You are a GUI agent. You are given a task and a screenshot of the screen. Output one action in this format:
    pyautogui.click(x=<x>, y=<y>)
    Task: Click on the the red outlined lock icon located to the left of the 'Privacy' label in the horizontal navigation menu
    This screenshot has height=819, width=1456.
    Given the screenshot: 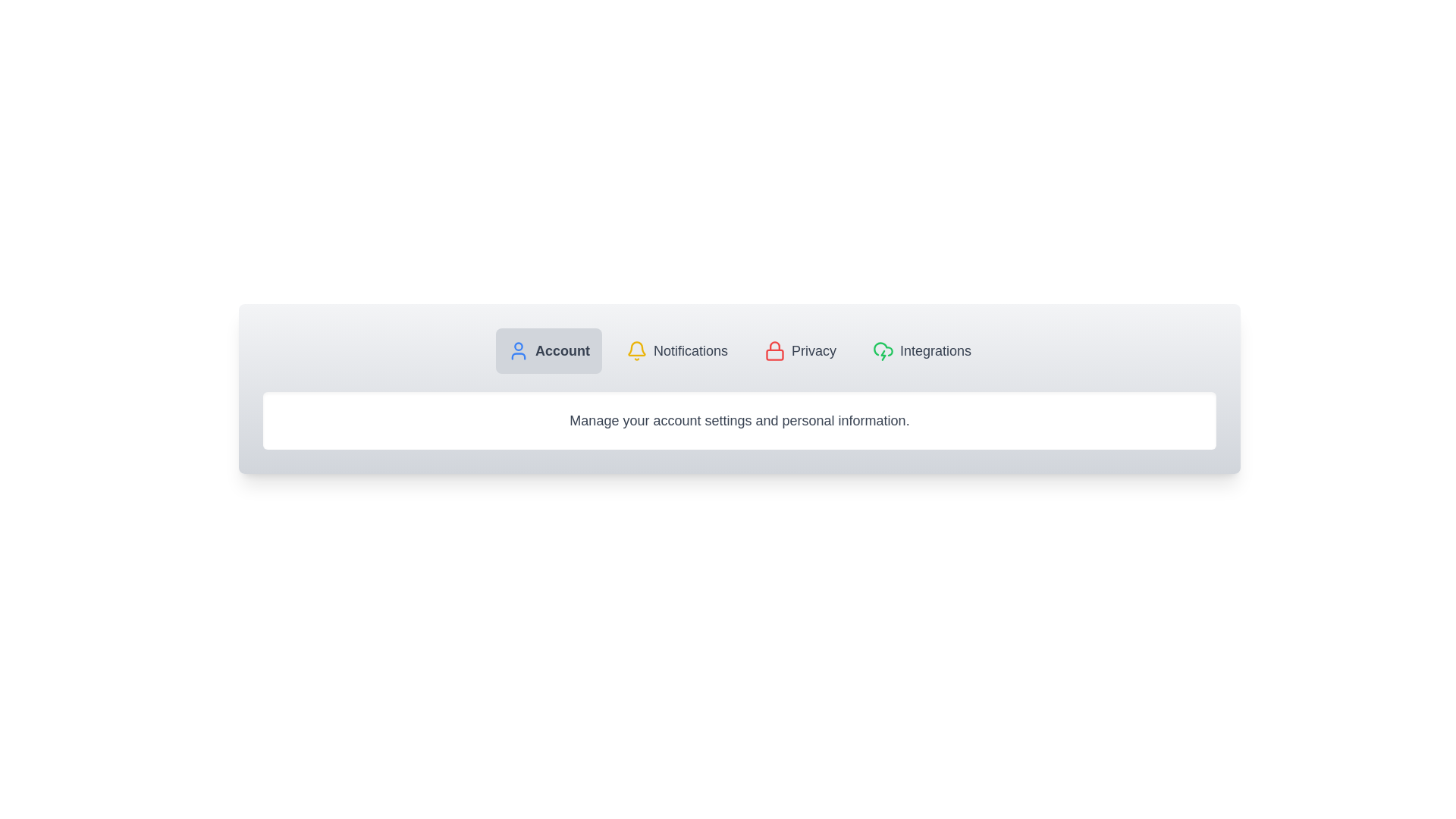 What is the action you would take?
    pyautogui.click(x=775, y=350)
    